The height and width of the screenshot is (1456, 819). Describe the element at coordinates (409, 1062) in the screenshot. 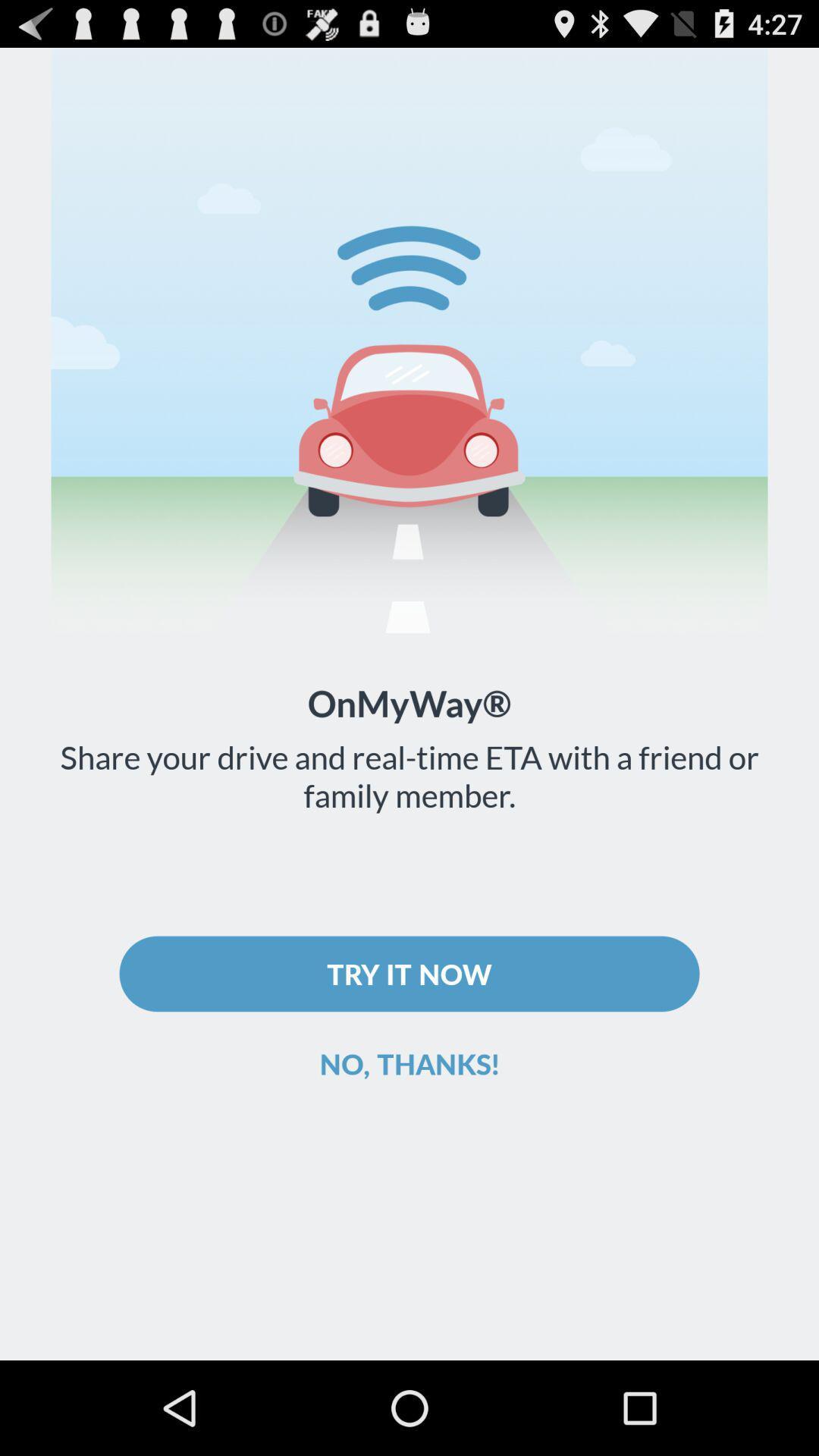

I see `no, thanks! item` at that location.